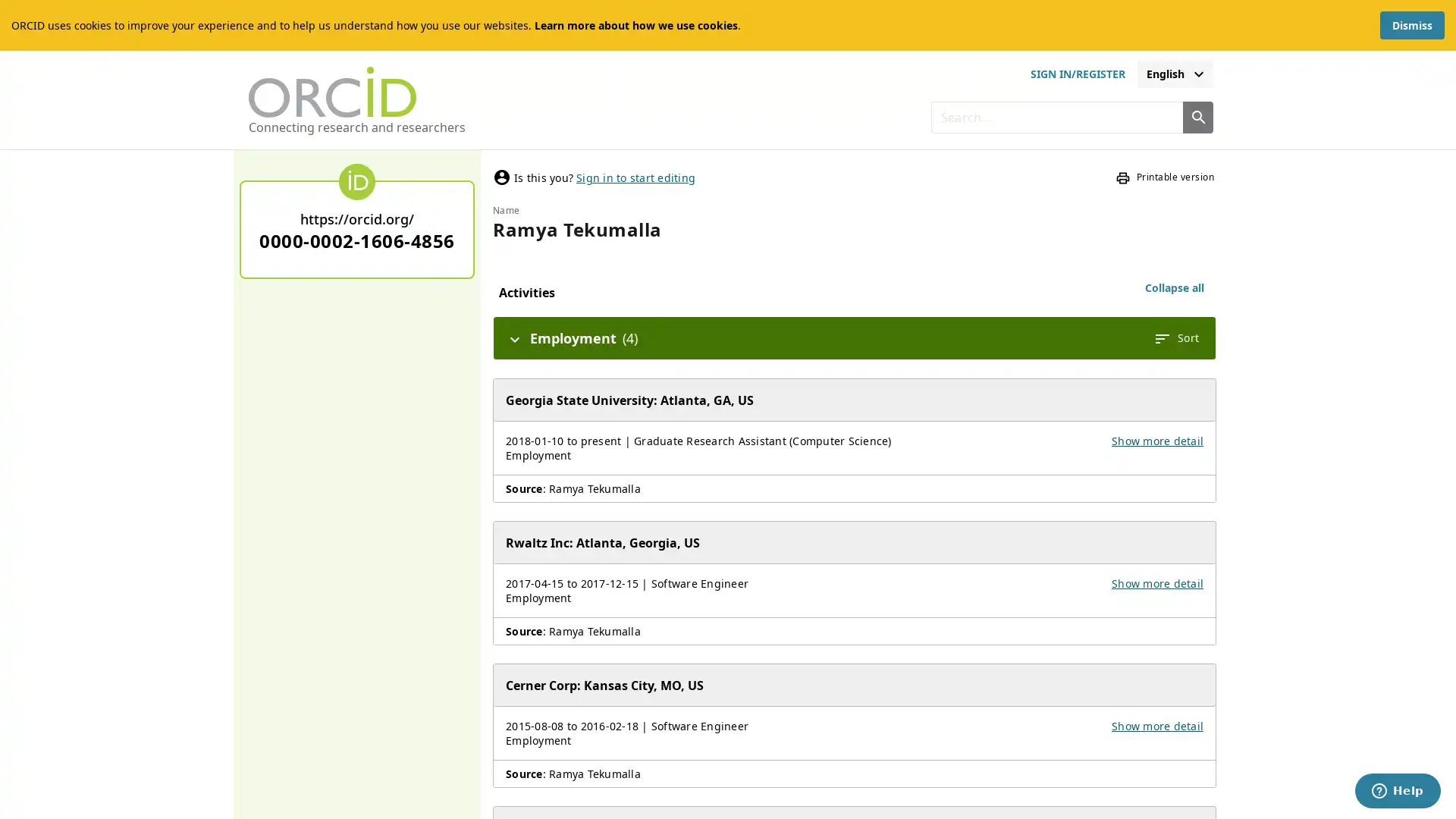  I want to click on sign in or register, so click(1076, 74).